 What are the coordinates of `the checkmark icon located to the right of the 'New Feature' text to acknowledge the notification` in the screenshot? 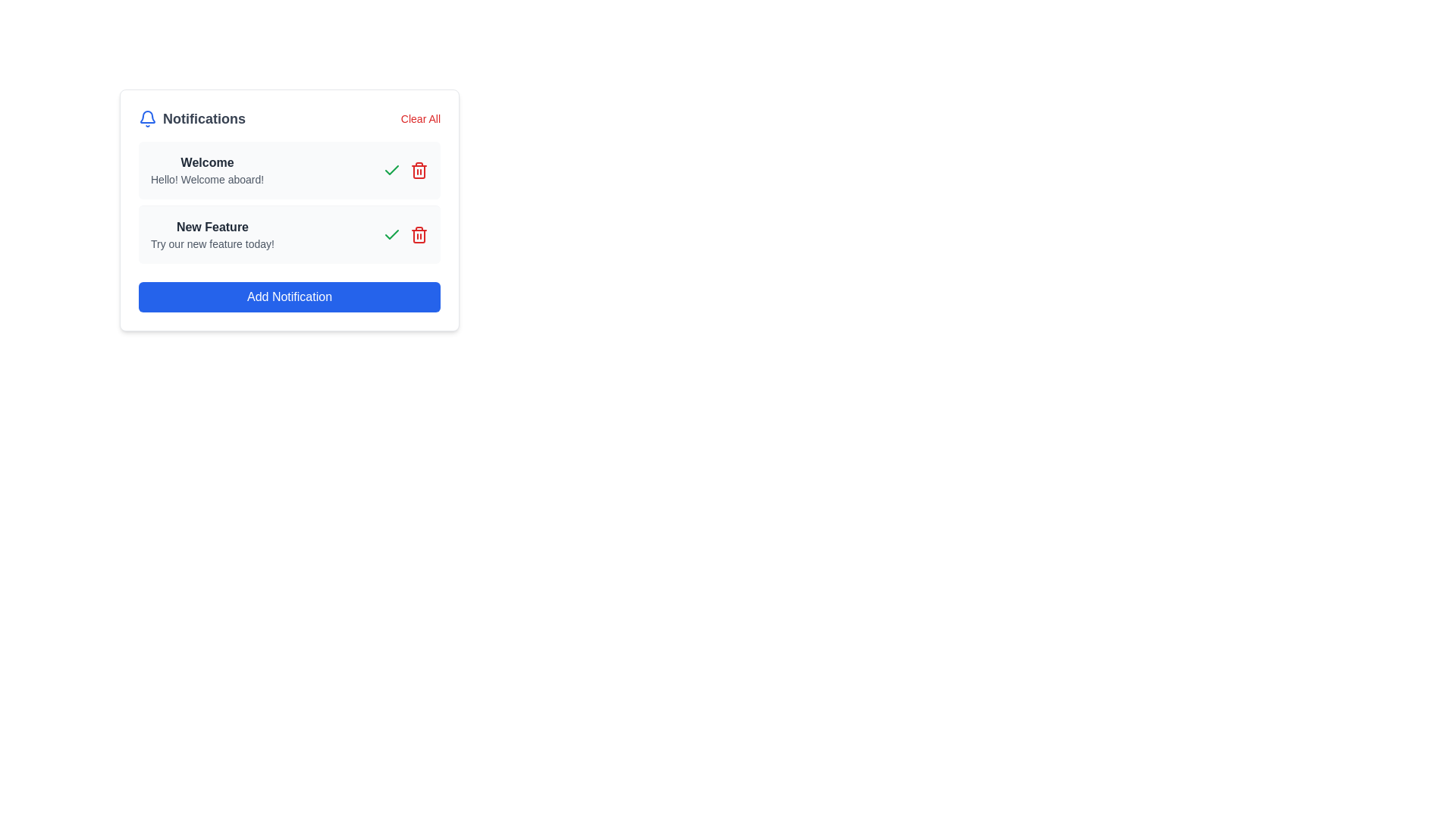 It's located at (392, 234).